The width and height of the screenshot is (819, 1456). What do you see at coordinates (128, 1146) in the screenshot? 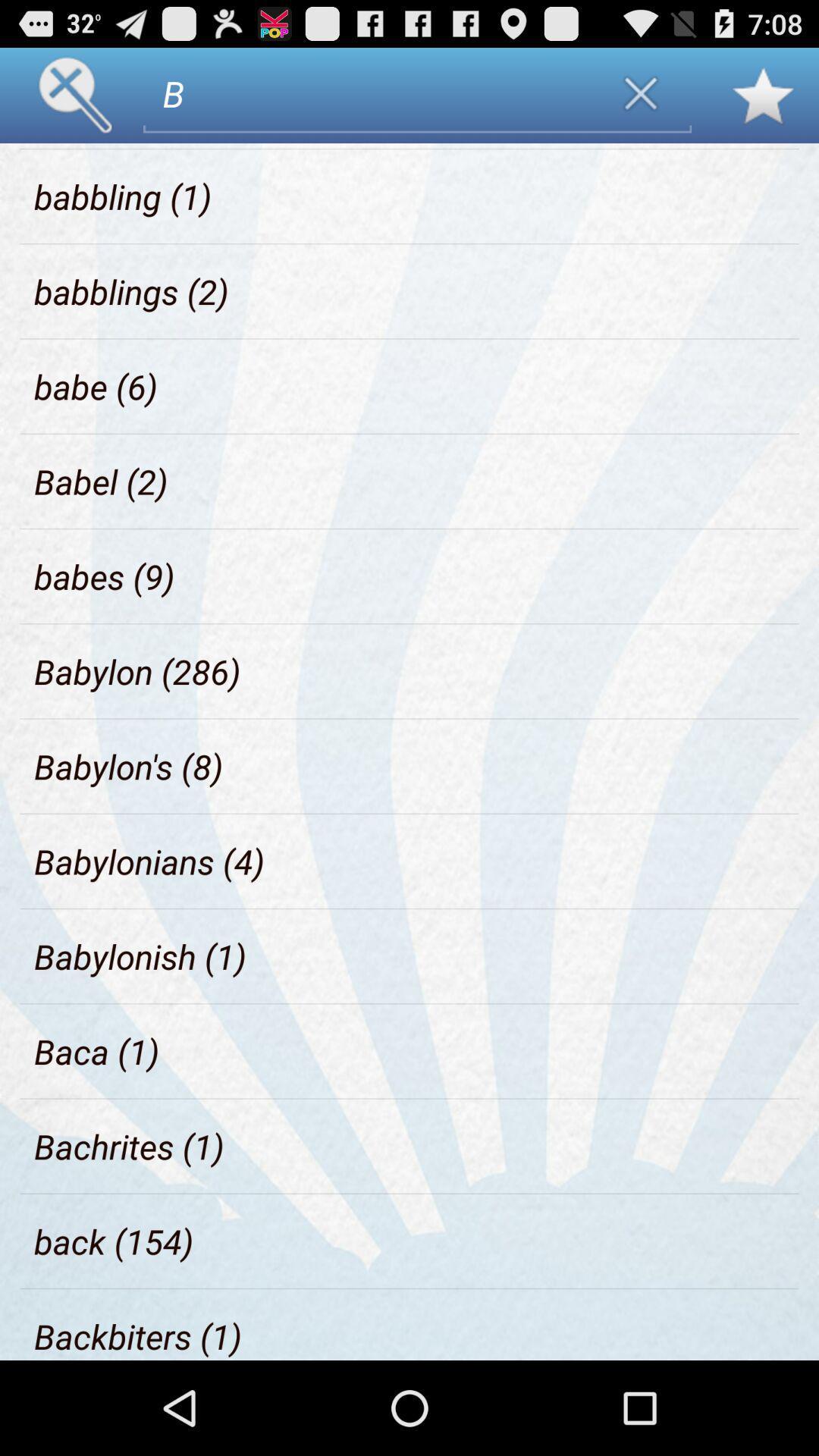
I see `app above back (154) icon` at bounding box center [128, 1146].